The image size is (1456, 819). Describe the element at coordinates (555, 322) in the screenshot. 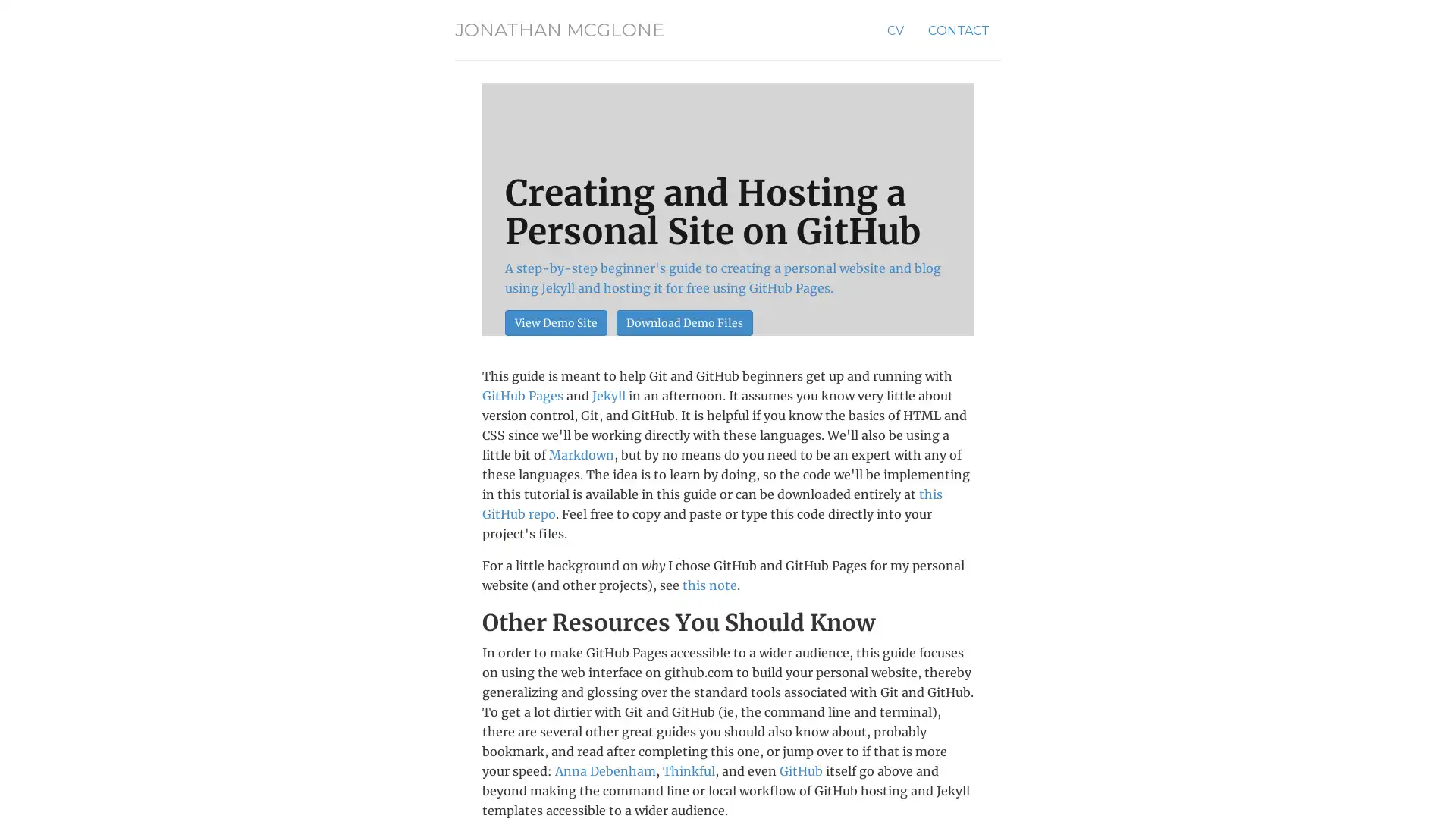

I see `View Demo Site` at that location.